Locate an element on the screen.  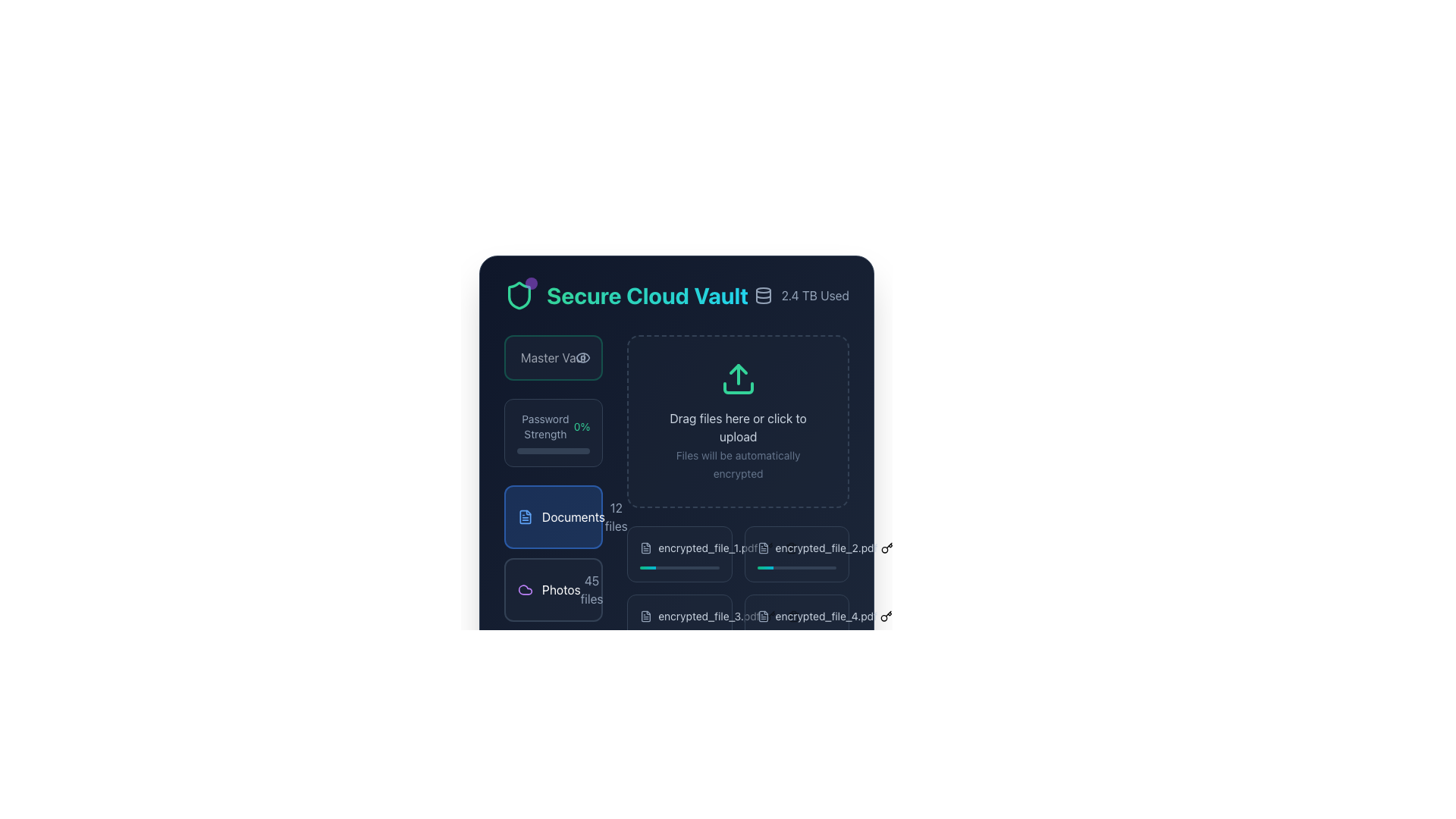
the text label displaying 'encrypted_file_2.pdf' which is styled in muted slate gray and positioned to the right of a file icon in the 'Documents' section is located at coordinates (826, 548).